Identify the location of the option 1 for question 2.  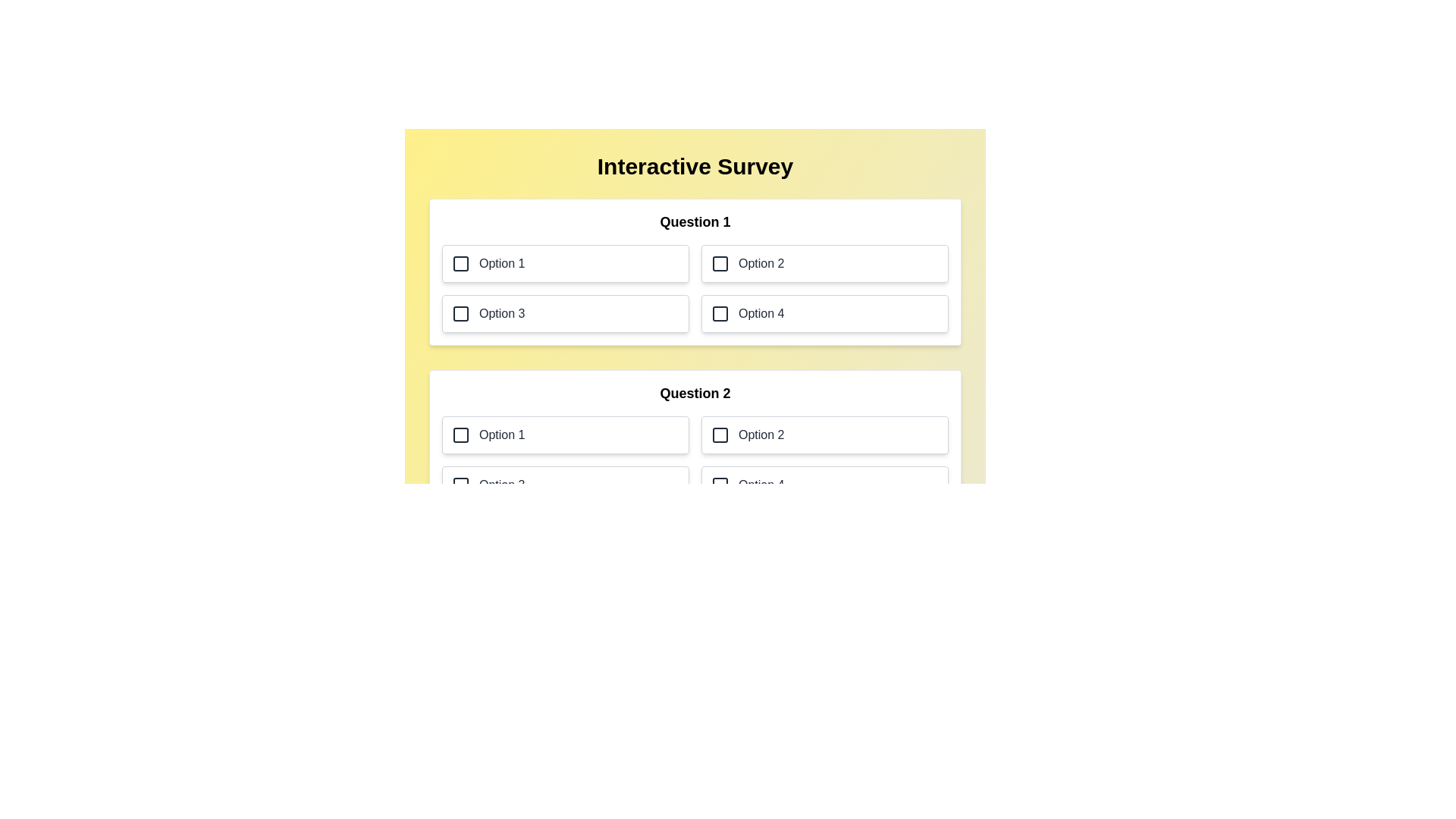
(564, 435).